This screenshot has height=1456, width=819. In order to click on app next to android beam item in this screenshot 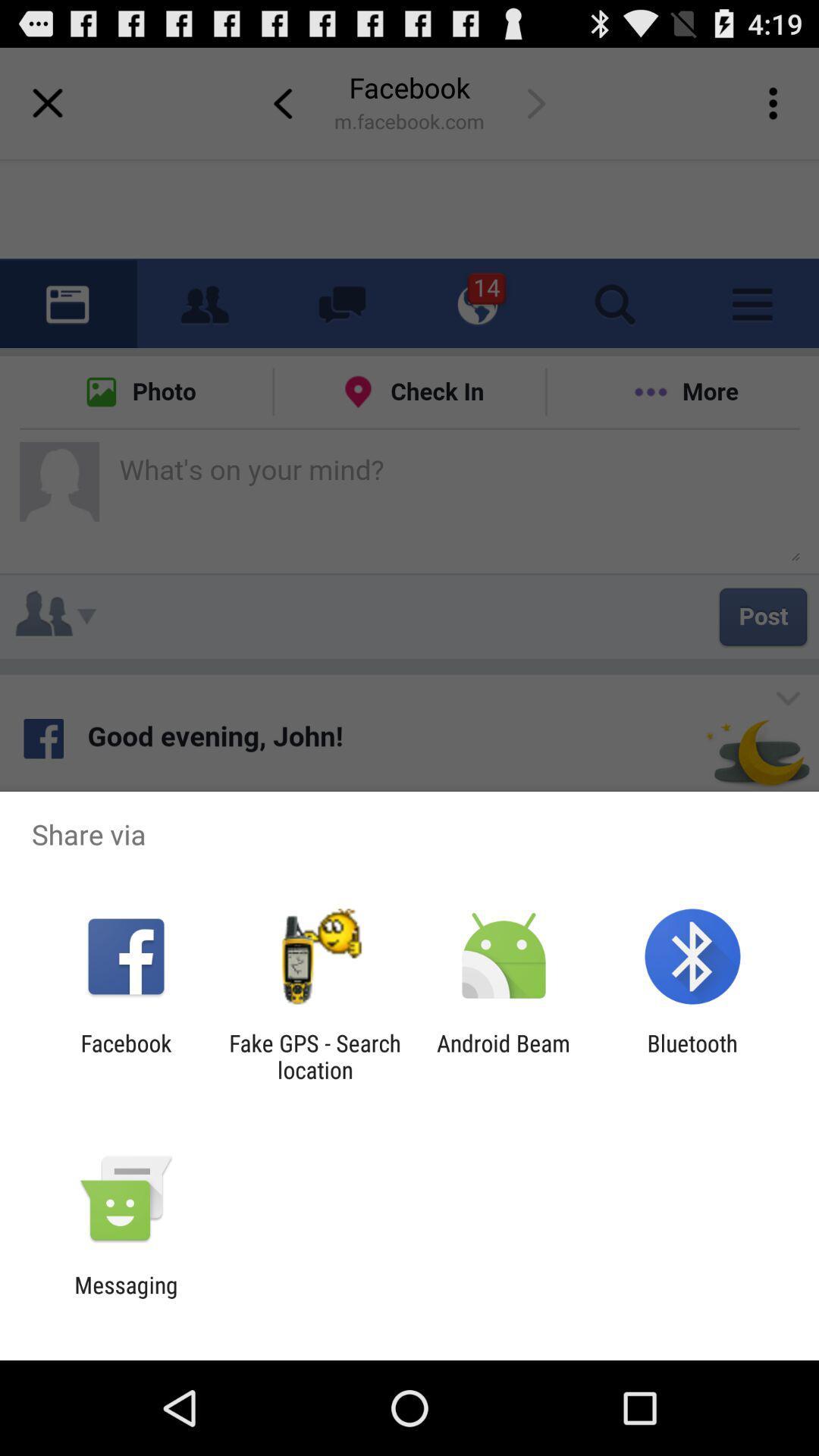, I will do `click(692, 1056)`.